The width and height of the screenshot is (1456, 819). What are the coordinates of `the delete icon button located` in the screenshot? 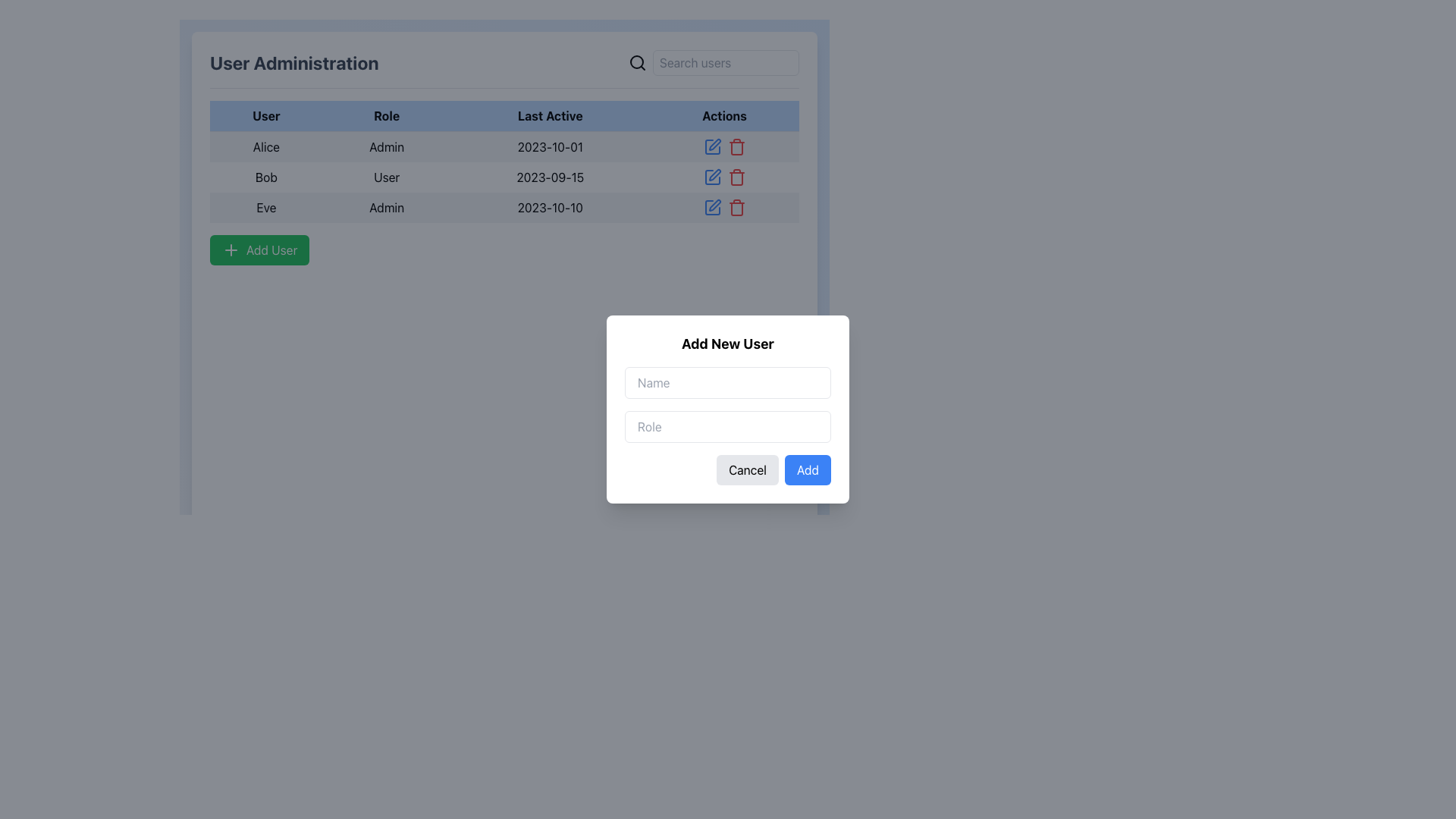 It's located at (736, 177).